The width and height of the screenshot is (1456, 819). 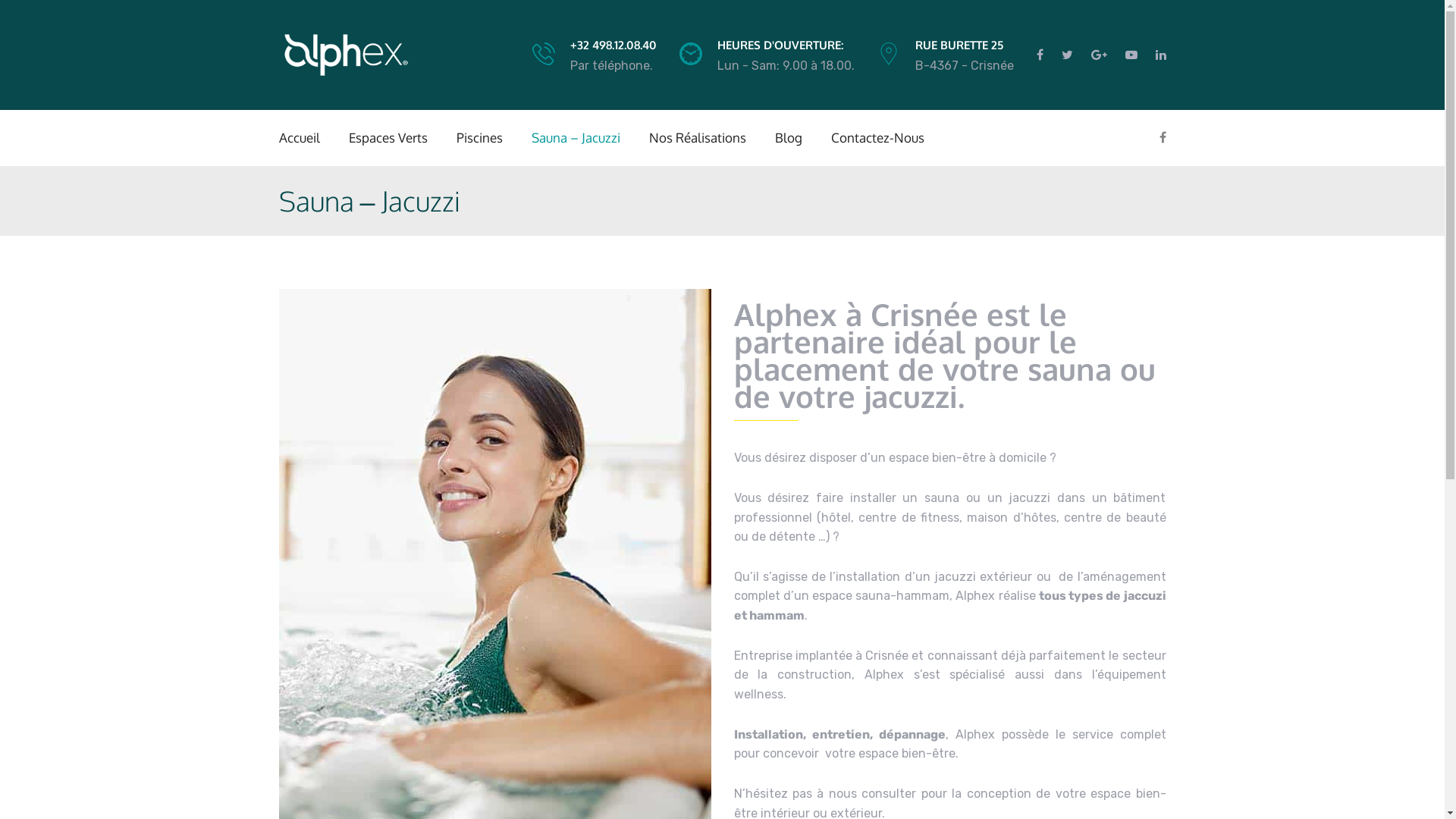 I want to click on 'Piscines', so click(x=479, y=137).